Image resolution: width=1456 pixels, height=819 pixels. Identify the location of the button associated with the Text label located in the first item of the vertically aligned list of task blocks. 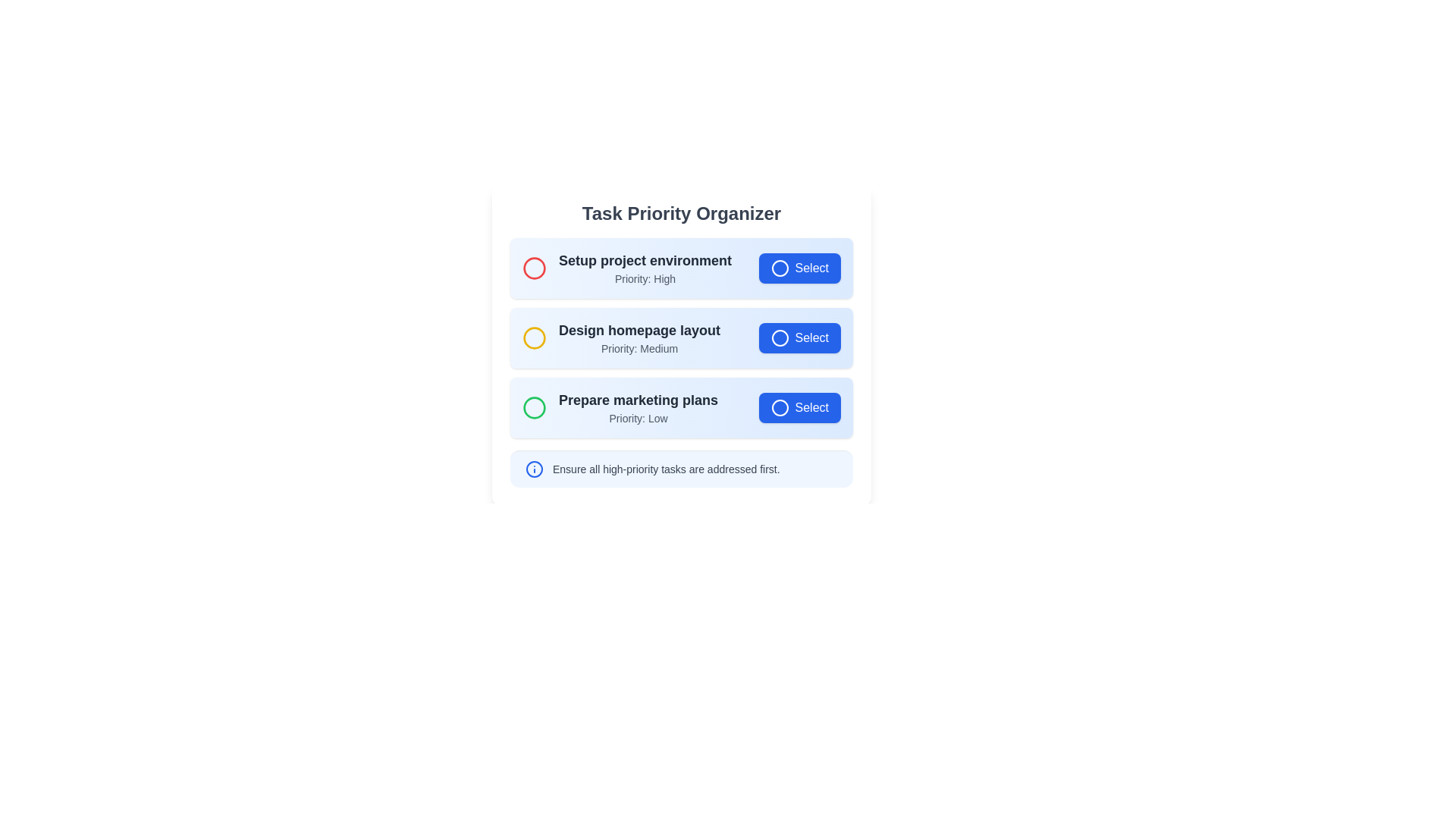
(811, 268).